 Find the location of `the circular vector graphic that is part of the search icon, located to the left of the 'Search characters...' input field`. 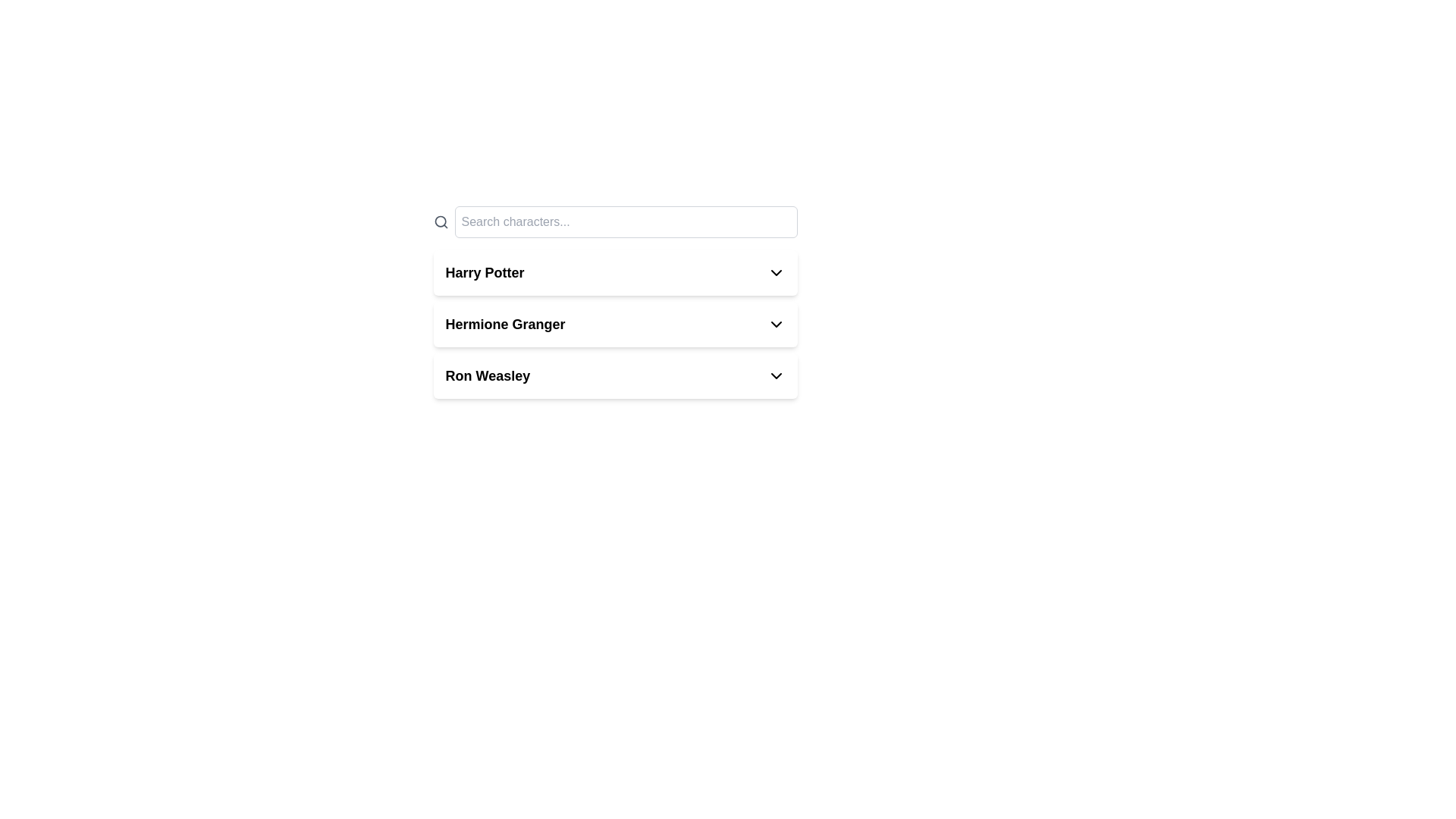

the circular vector graphic that is part of the search icon, located to the left of the 'Search characters...' input field is located at coordinates (439, 221).